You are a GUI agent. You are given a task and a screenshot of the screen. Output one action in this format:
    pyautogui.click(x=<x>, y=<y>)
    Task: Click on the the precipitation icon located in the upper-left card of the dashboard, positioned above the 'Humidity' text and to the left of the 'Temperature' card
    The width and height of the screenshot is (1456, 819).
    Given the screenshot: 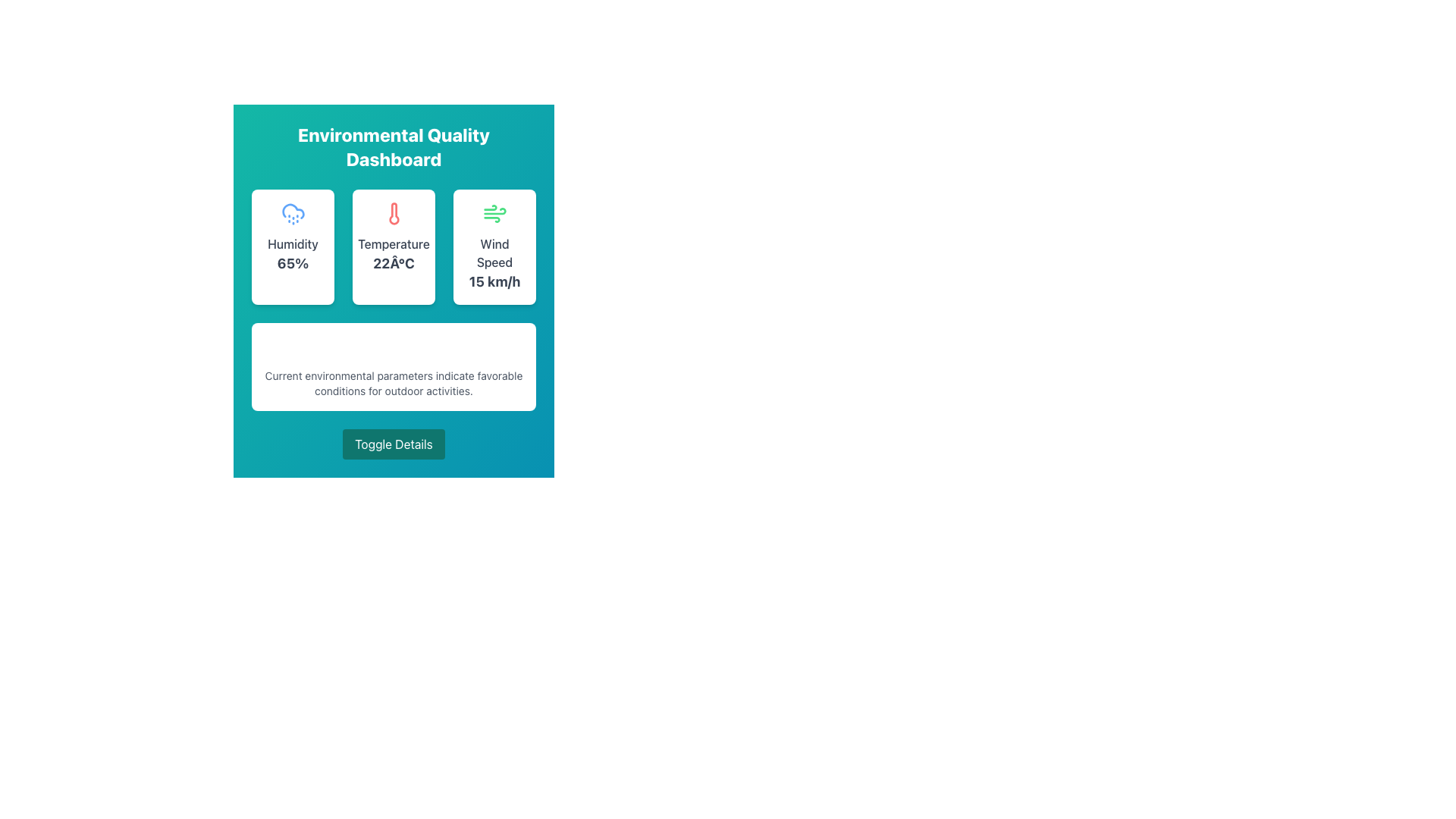 What is the action you would take?
    pyautogui.click(x=293, y=213)
    